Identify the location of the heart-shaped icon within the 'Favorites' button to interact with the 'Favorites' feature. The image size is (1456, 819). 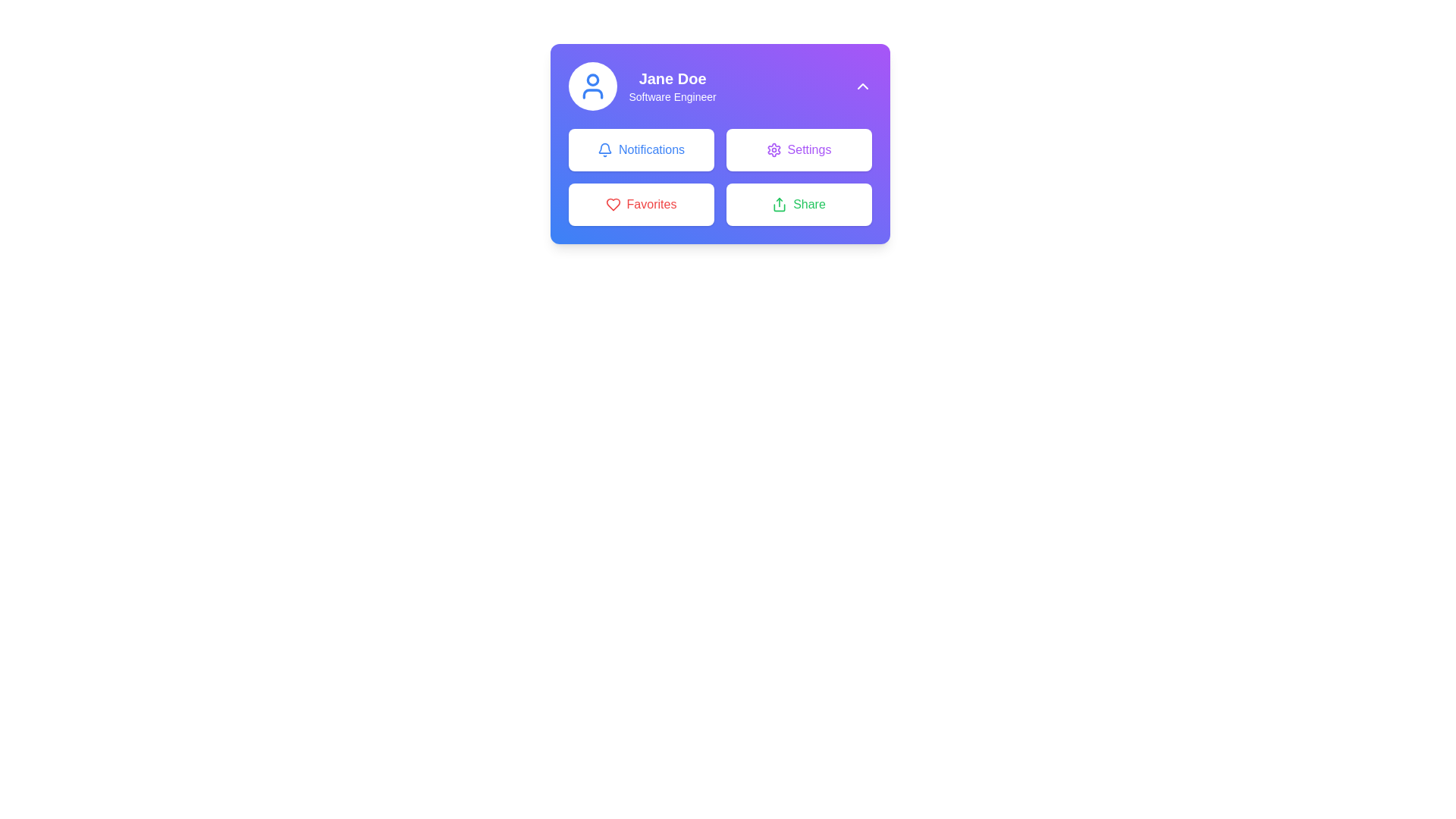
(613, 205).